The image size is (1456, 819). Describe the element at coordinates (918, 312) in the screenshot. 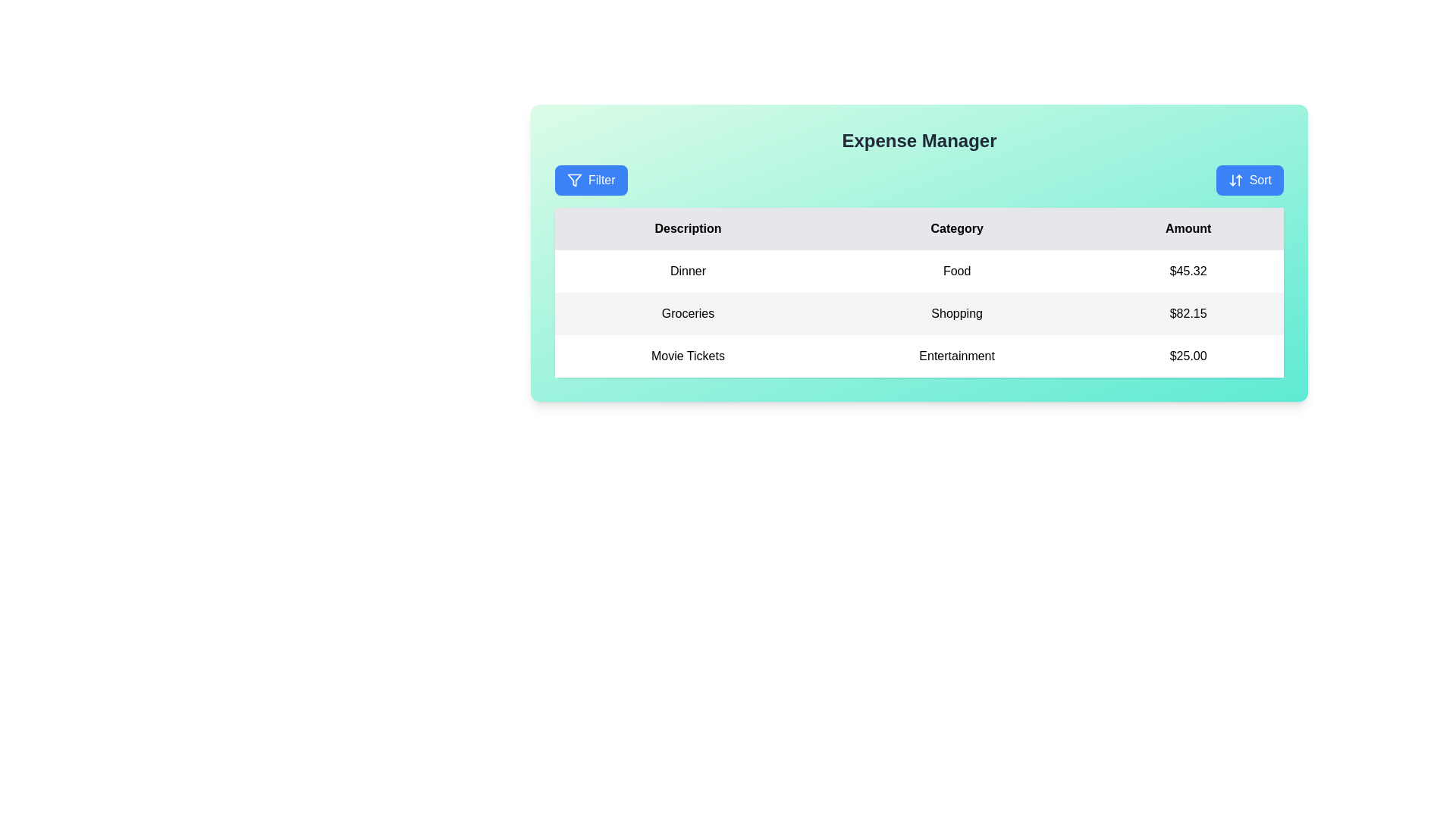

I see `values displayed in the second row of the expense table, which includes the category 'Groceries', type 'Shopping', and cost '$82.15'` at that location.